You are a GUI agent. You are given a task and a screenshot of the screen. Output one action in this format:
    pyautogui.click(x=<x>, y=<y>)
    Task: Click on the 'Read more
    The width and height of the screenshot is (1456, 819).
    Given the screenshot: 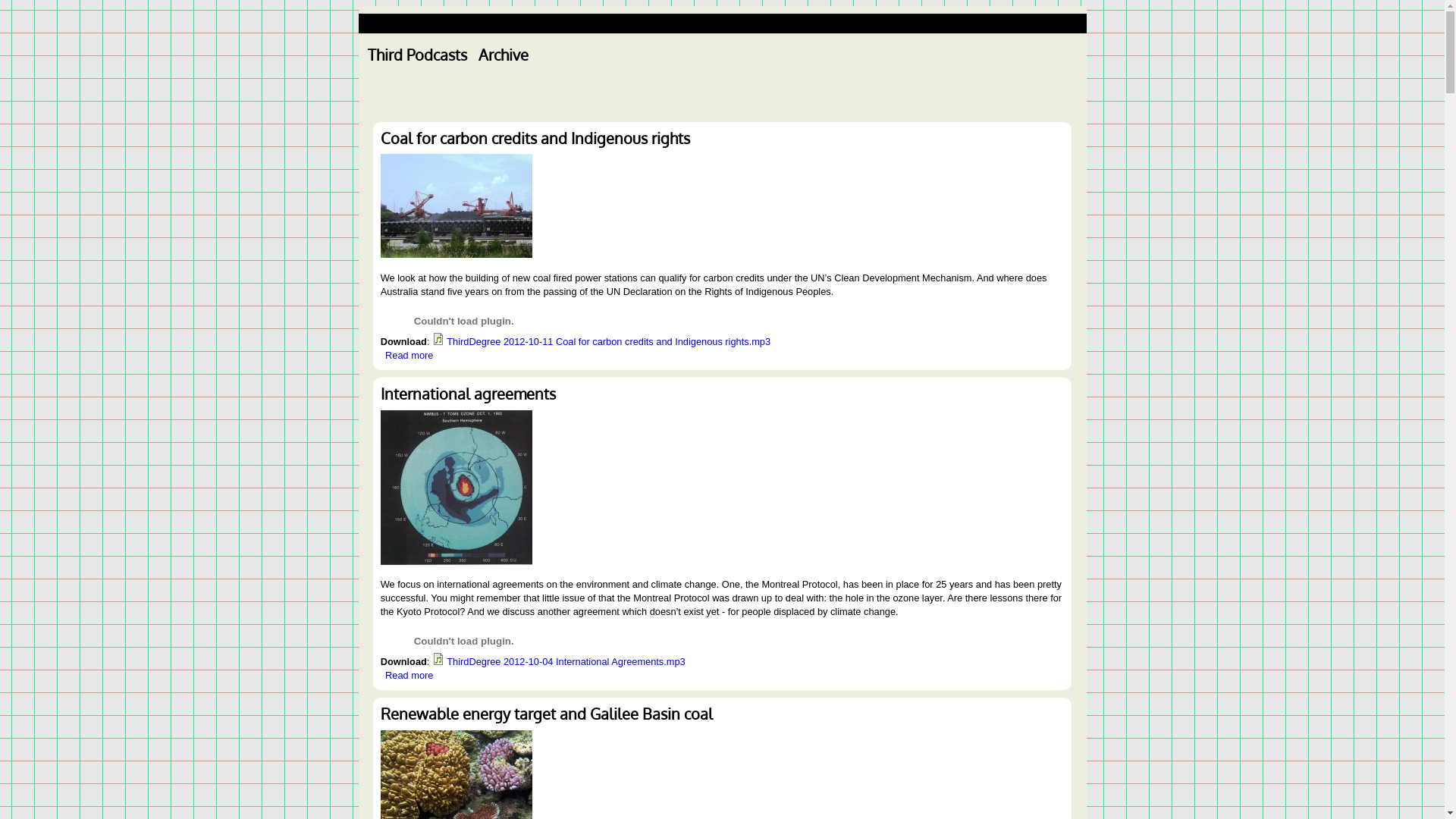 What is the action you would take?
    pyautogui.click(x=409, y=355)
    